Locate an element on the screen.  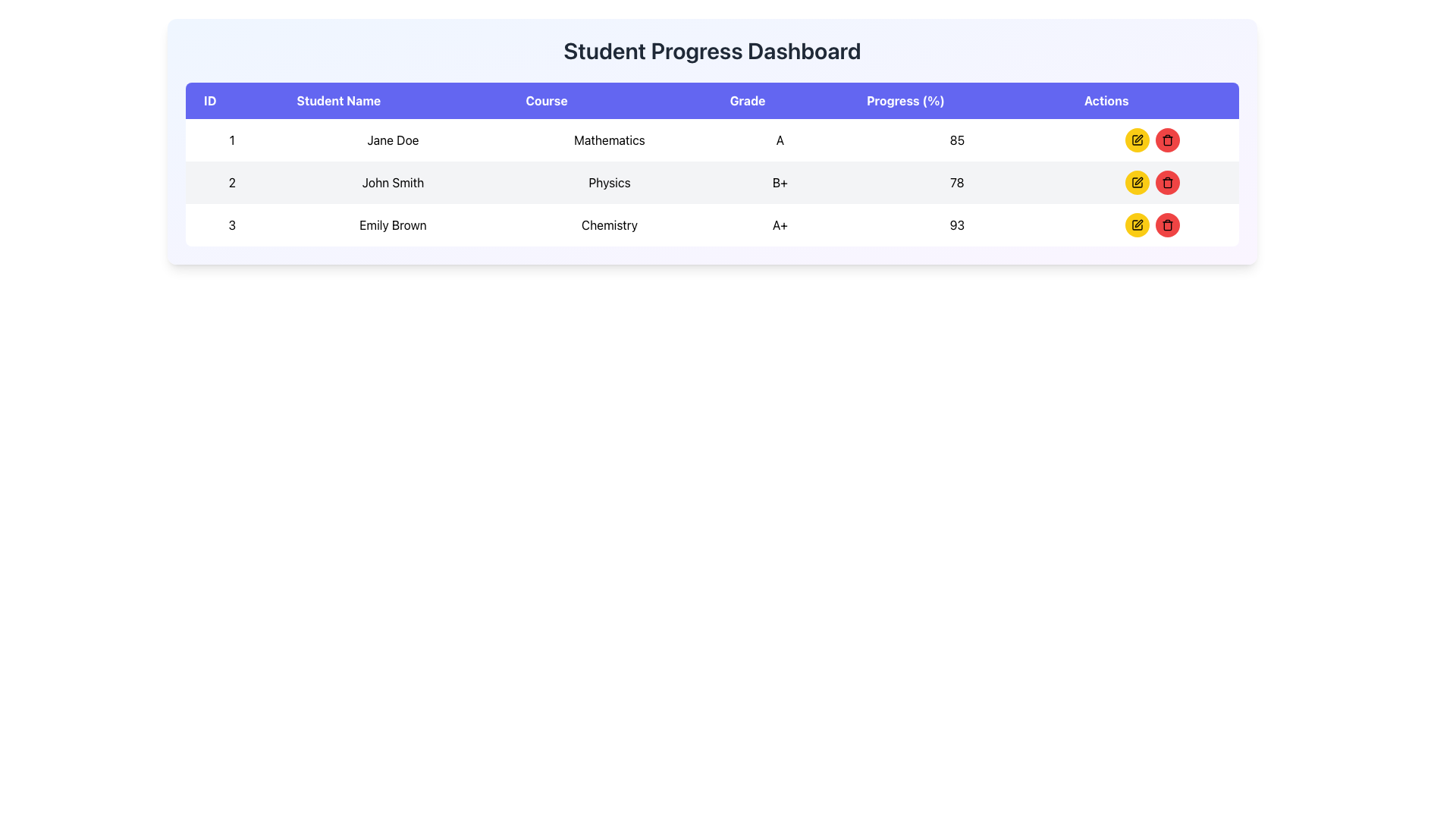
the delete icon in the horizontal group of buttons located in the 'Actions' column of the table row for 'Emily Brown' is located at coordinates (1152, 225).